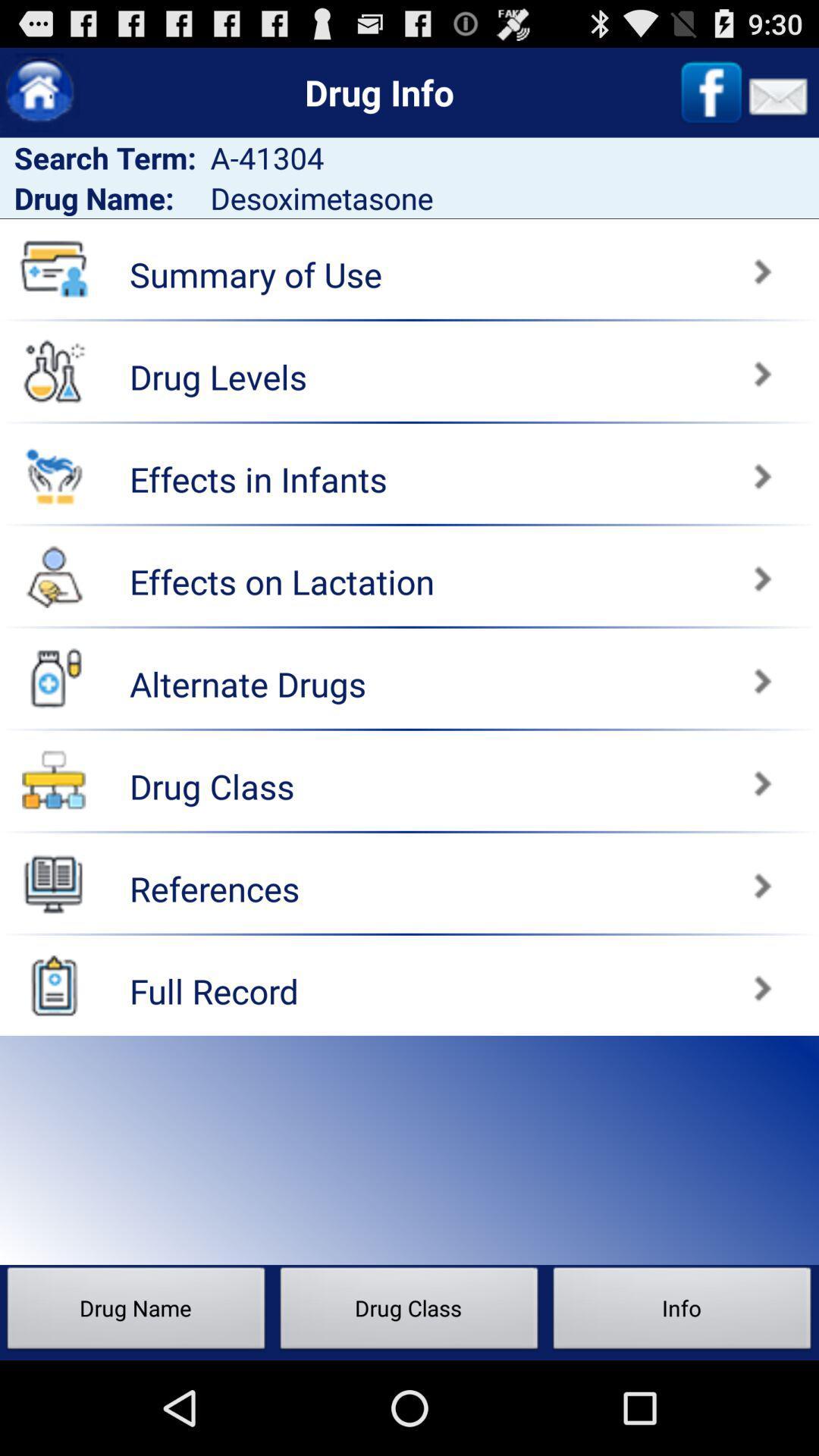  What do you see at coordinates (617, 673) in the screenshot?
I see `open alternate drugs` at bounding box center [617, 673].